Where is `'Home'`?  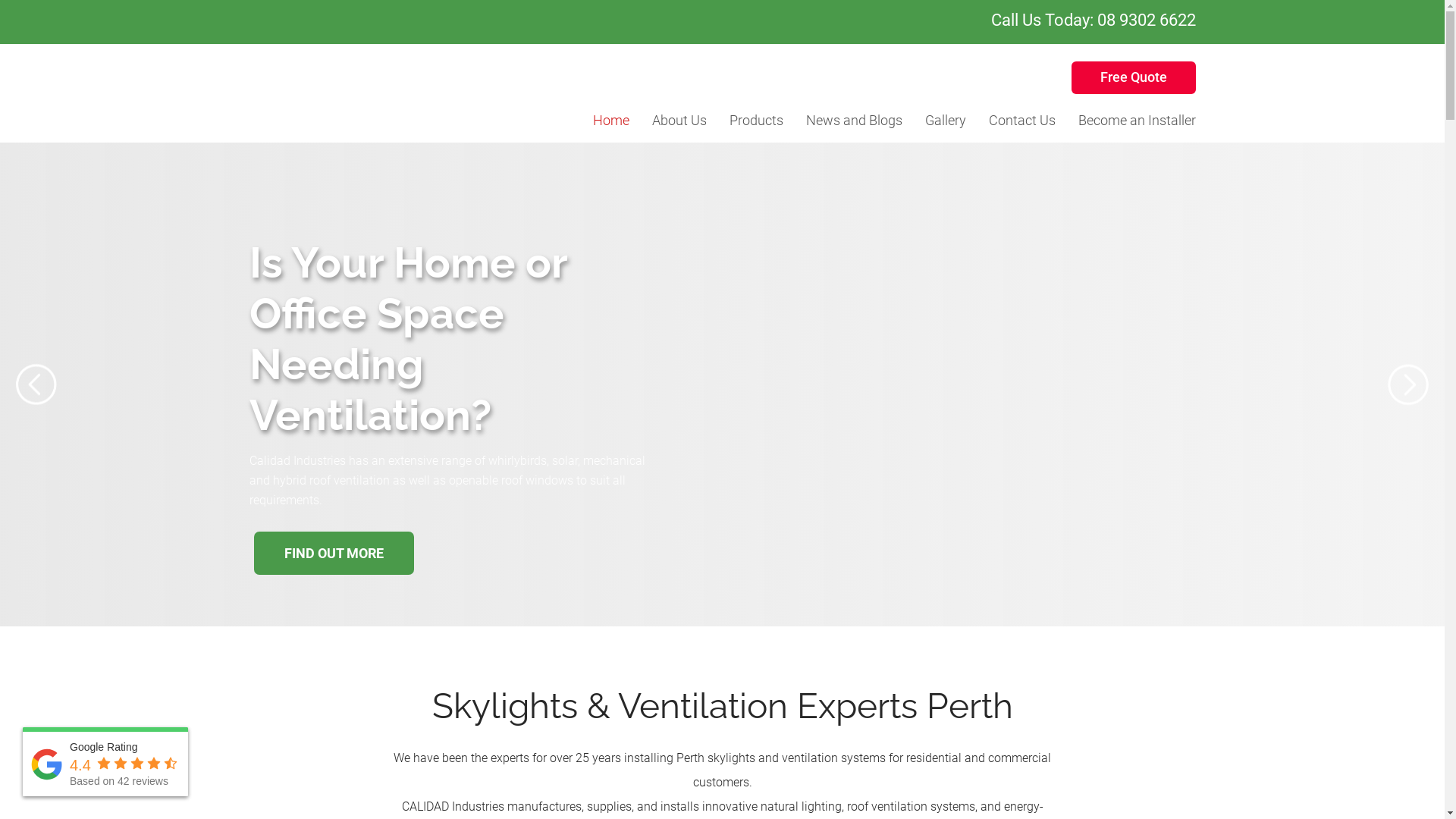
'Home' is located at coordinates (592, 119).